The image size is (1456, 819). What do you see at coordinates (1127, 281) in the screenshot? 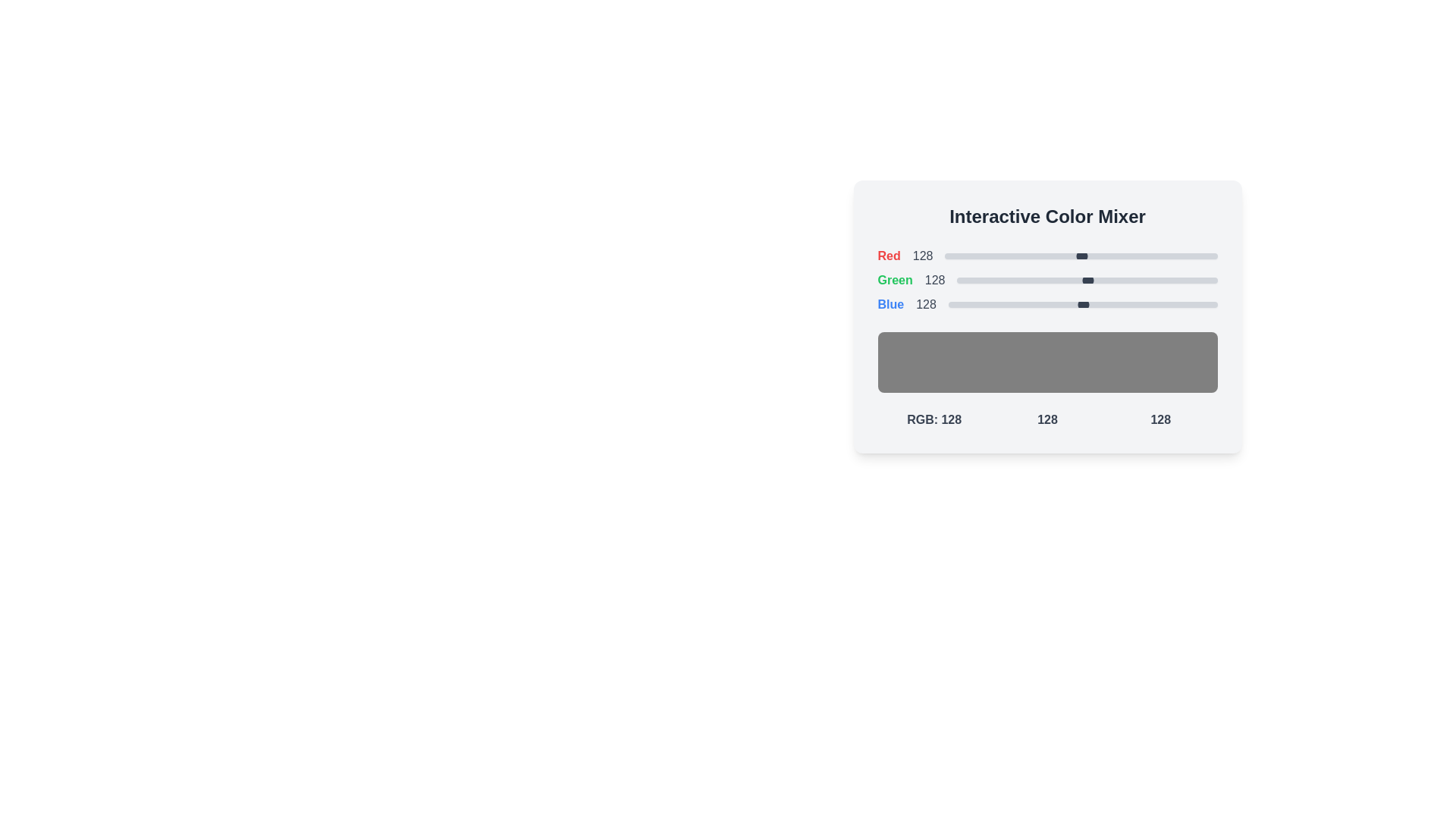
I see `the green color intensity` at bounding box center [1127, 281].